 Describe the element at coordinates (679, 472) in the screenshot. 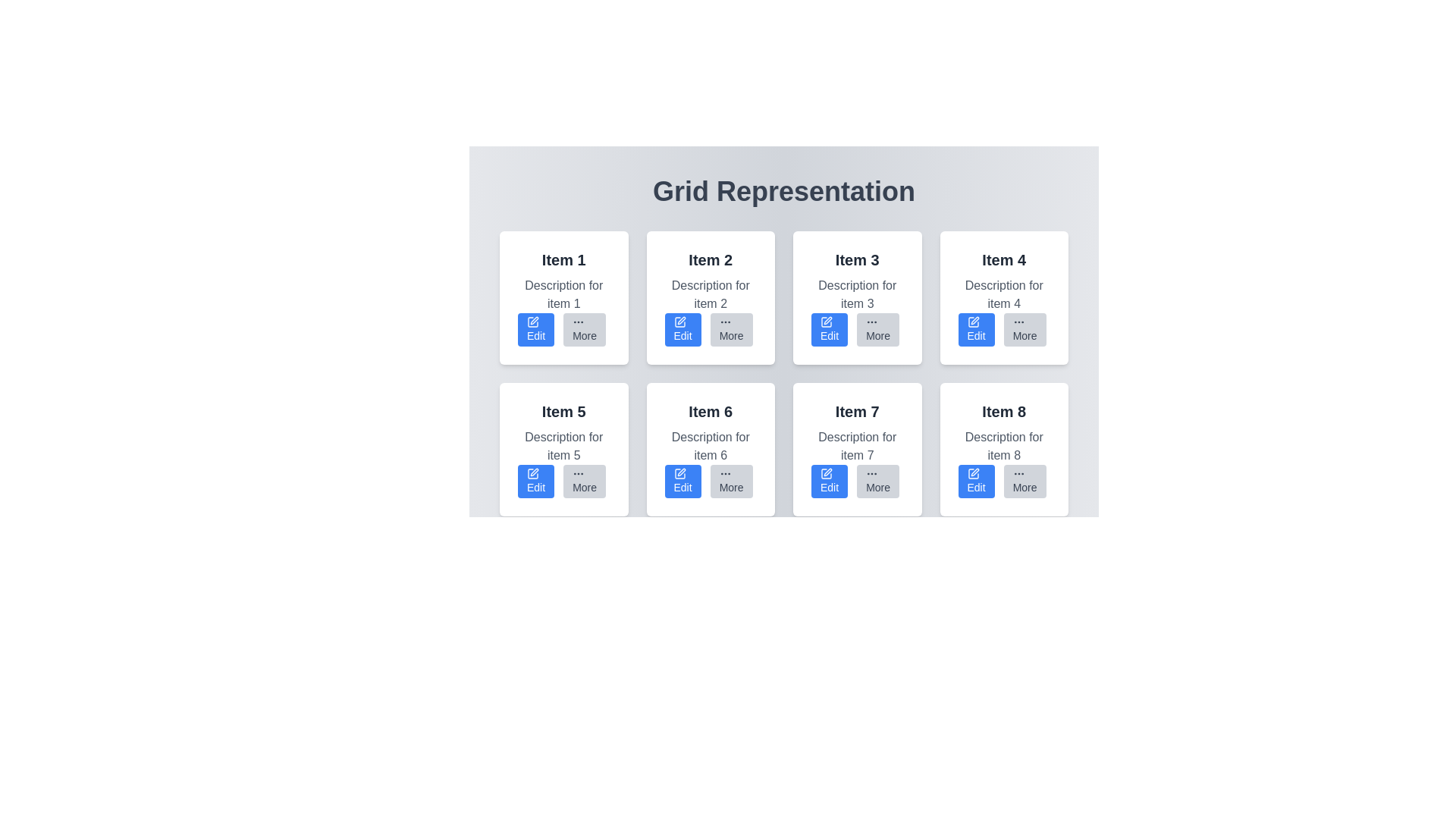

I see `the 'edit' action icon located inside the blue button labeled 'Edit', positioned in the sixth item of the grid layout` at that location.